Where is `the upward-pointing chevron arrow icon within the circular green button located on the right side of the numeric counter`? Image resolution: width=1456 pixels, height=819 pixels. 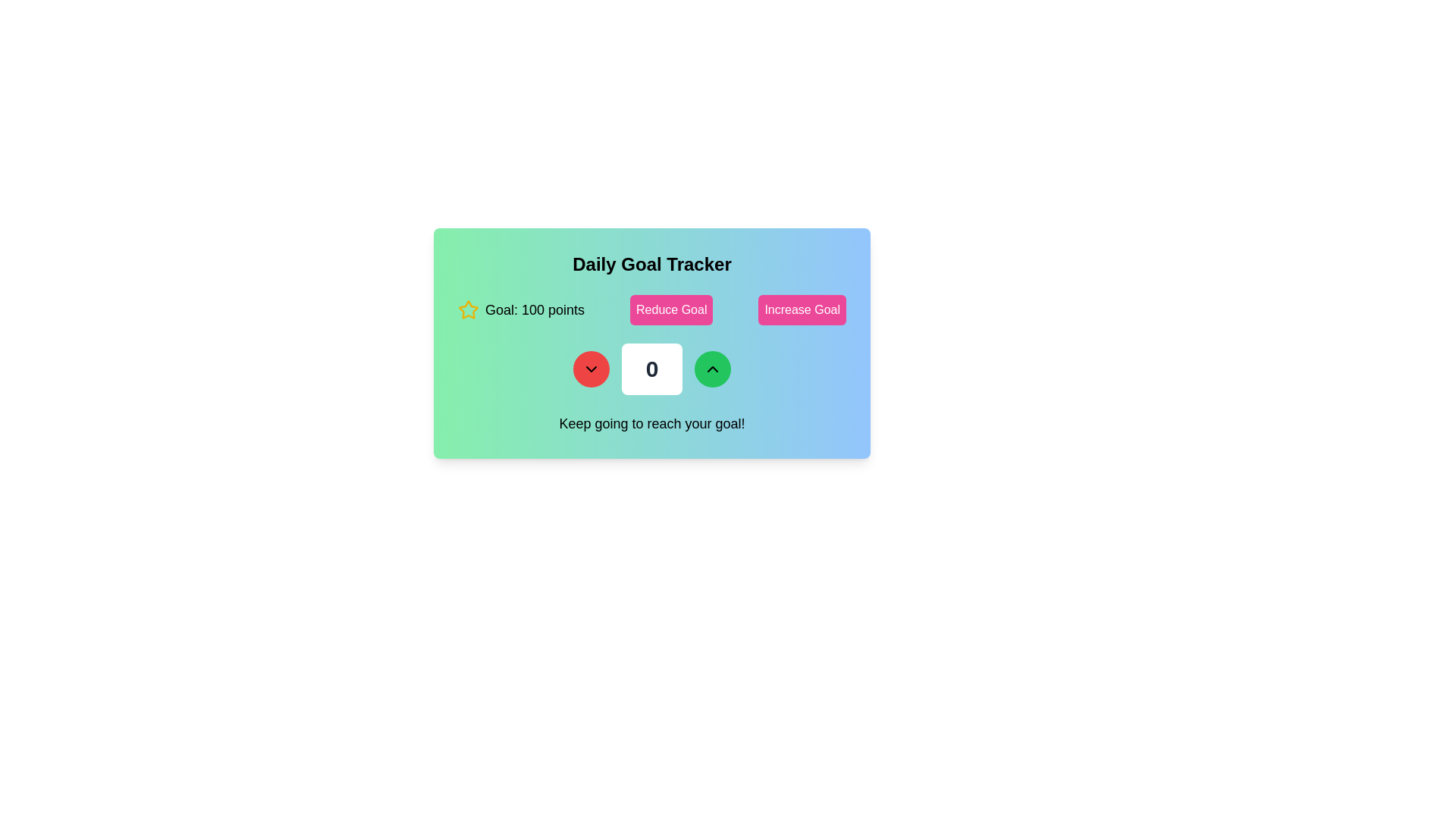 the upward-pointing chevron arrow icon within the circular green button located on the right side of the numeric counter is located at coordinates (712, 369).